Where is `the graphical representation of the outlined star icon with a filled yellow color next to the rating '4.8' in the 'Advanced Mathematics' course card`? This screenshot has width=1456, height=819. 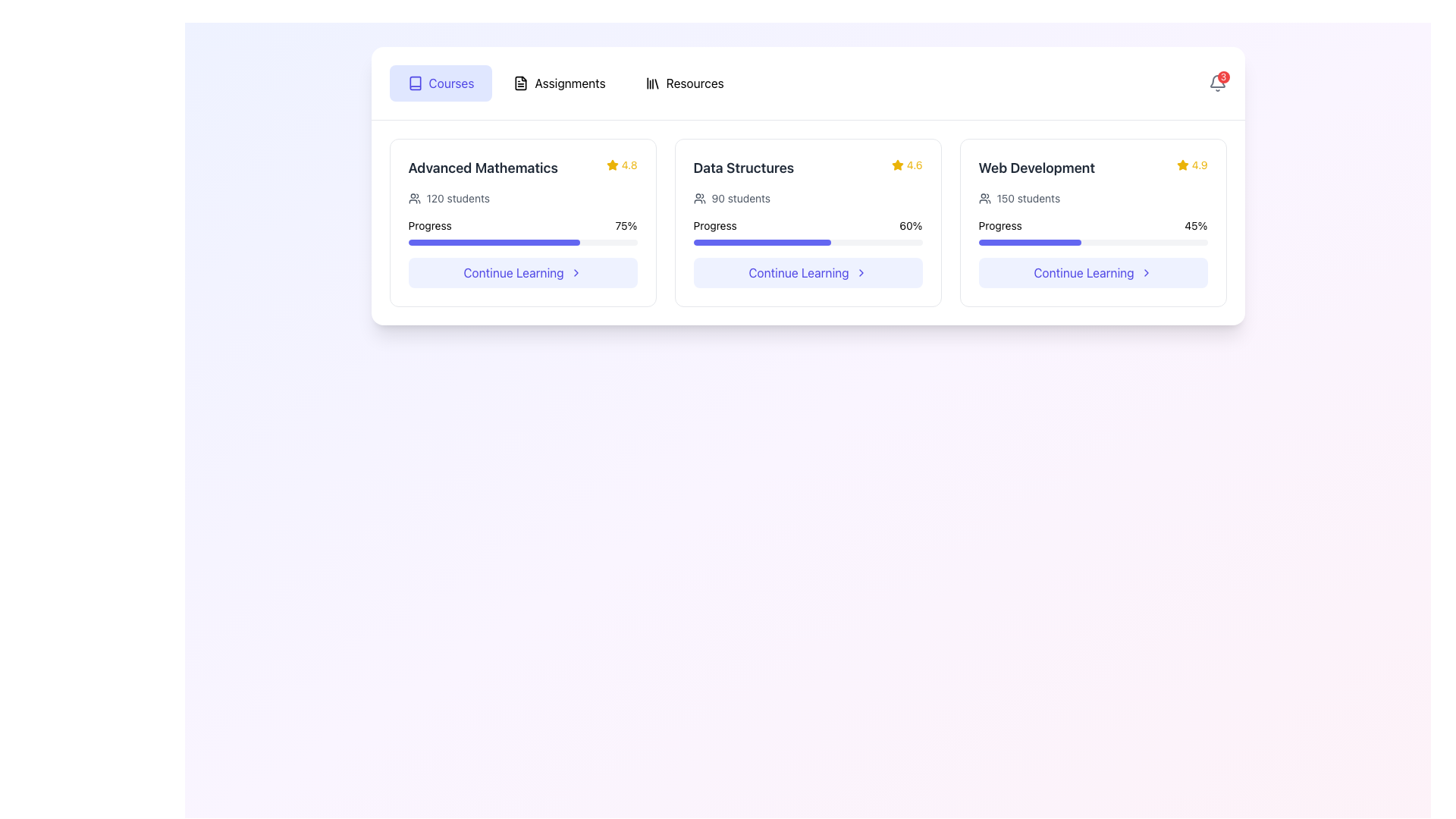 the graphical representation of the outlined star icon with a filled yellow color next to the rating '4.8' in the 'Advanced Mathematics' course card is located at coordinates (612, 165).